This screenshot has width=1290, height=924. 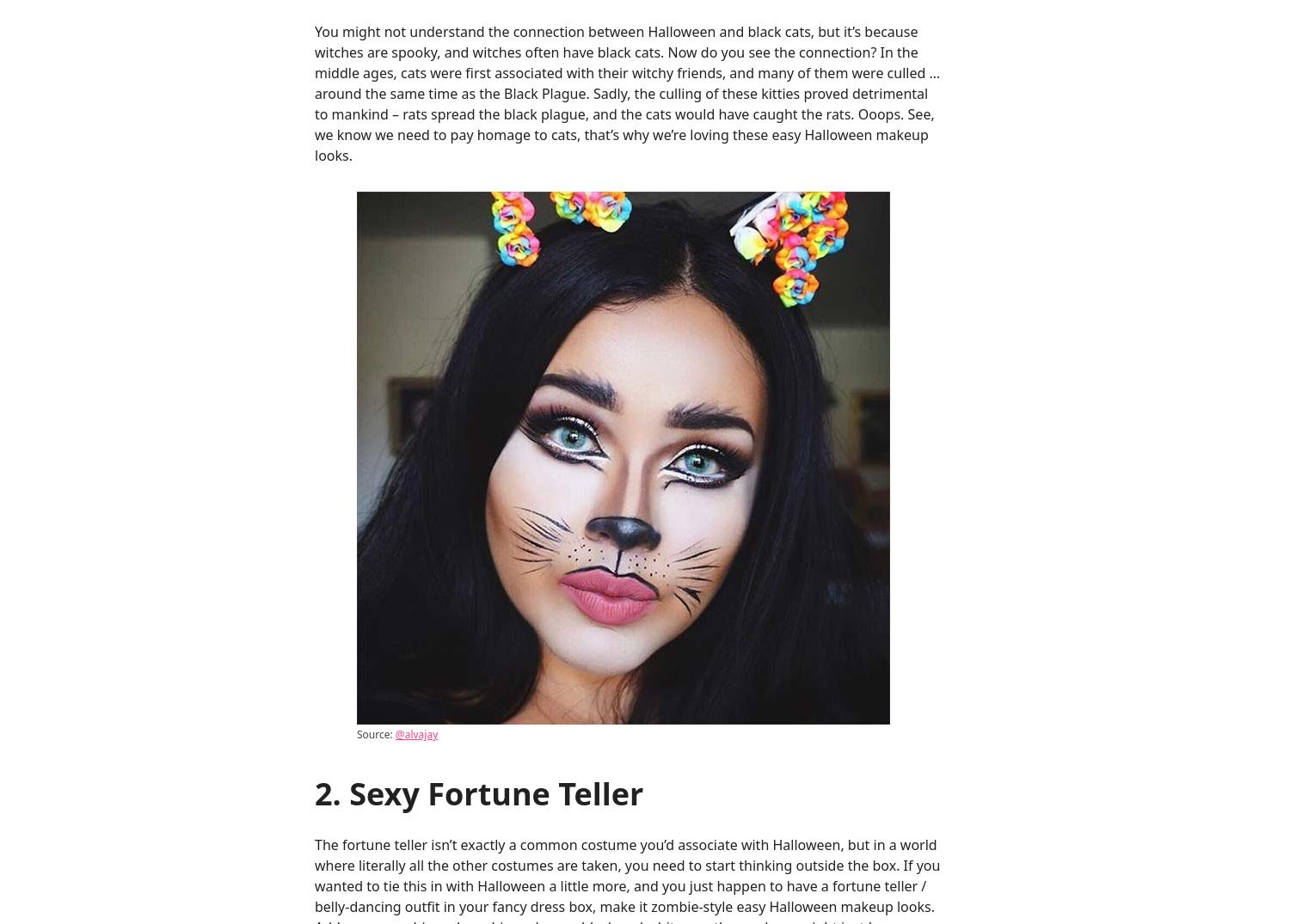 I want to click on 'Comment', so click(x=348, y=340).